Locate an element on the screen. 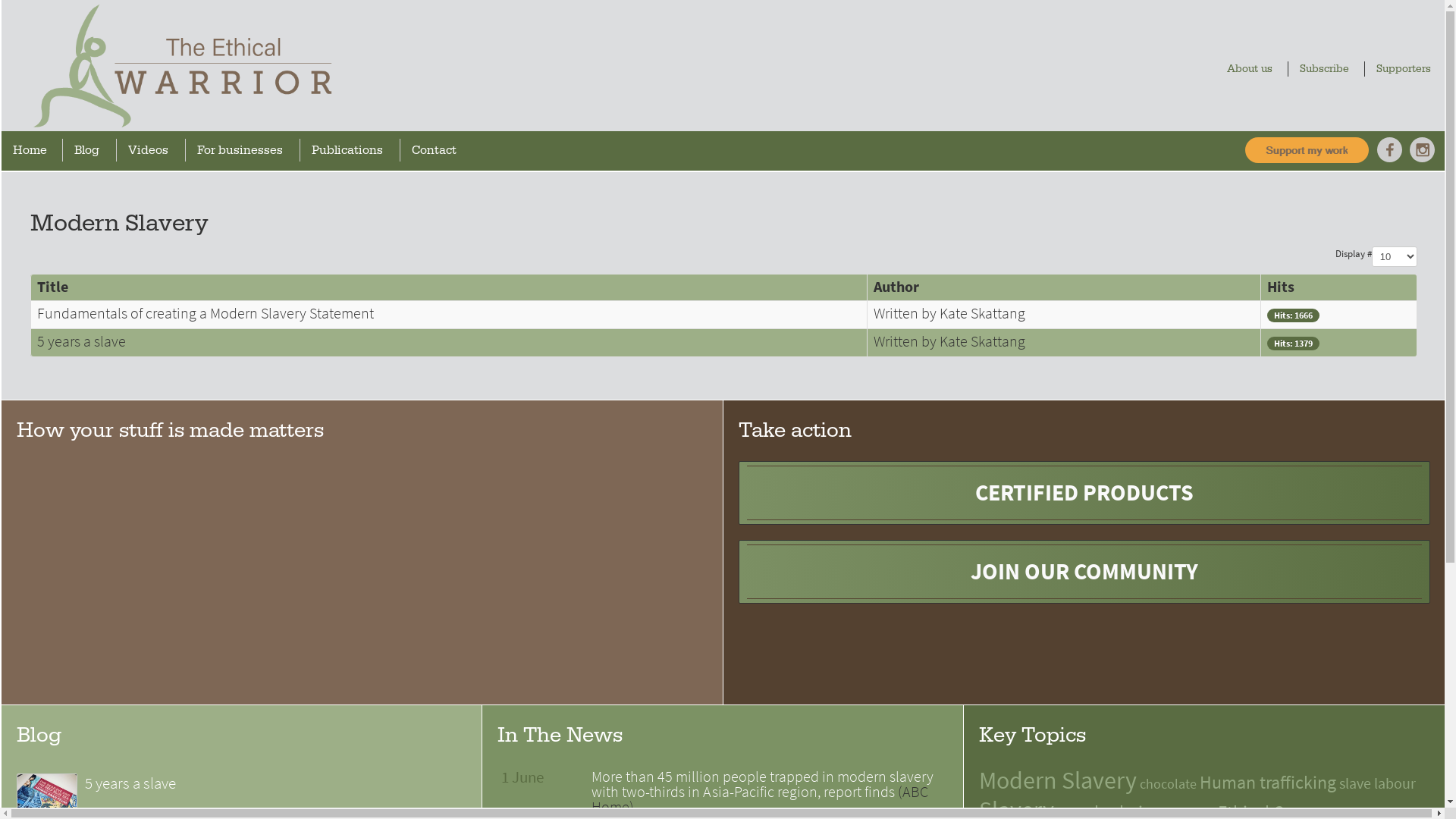 The height and width of the screenshot is (819, 1456). 'Subscribe' is located at coordinates (1327, 69).